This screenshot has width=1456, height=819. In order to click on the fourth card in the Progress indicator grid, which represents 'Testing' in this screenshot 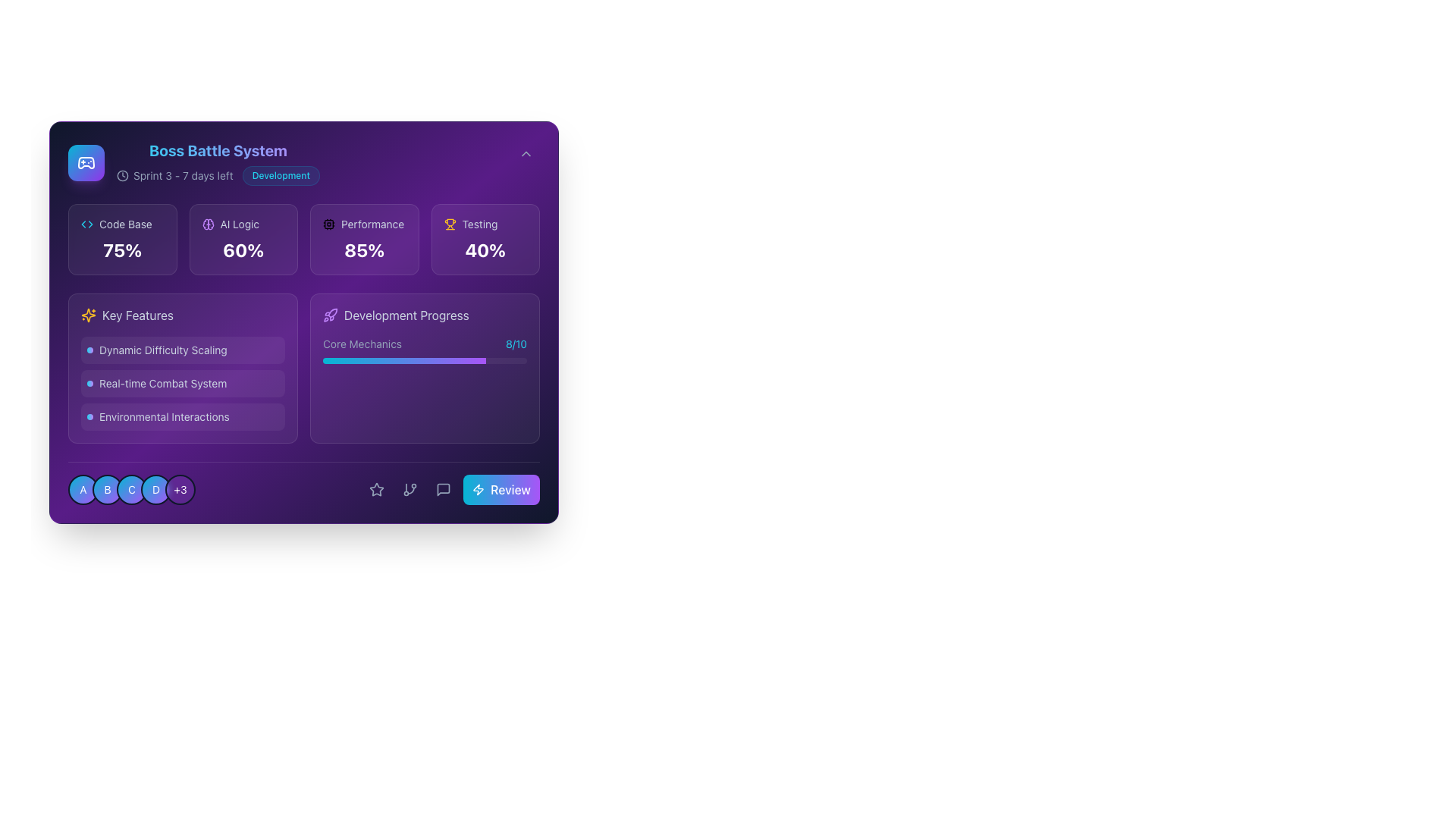, I will do `click(303, 239)`.